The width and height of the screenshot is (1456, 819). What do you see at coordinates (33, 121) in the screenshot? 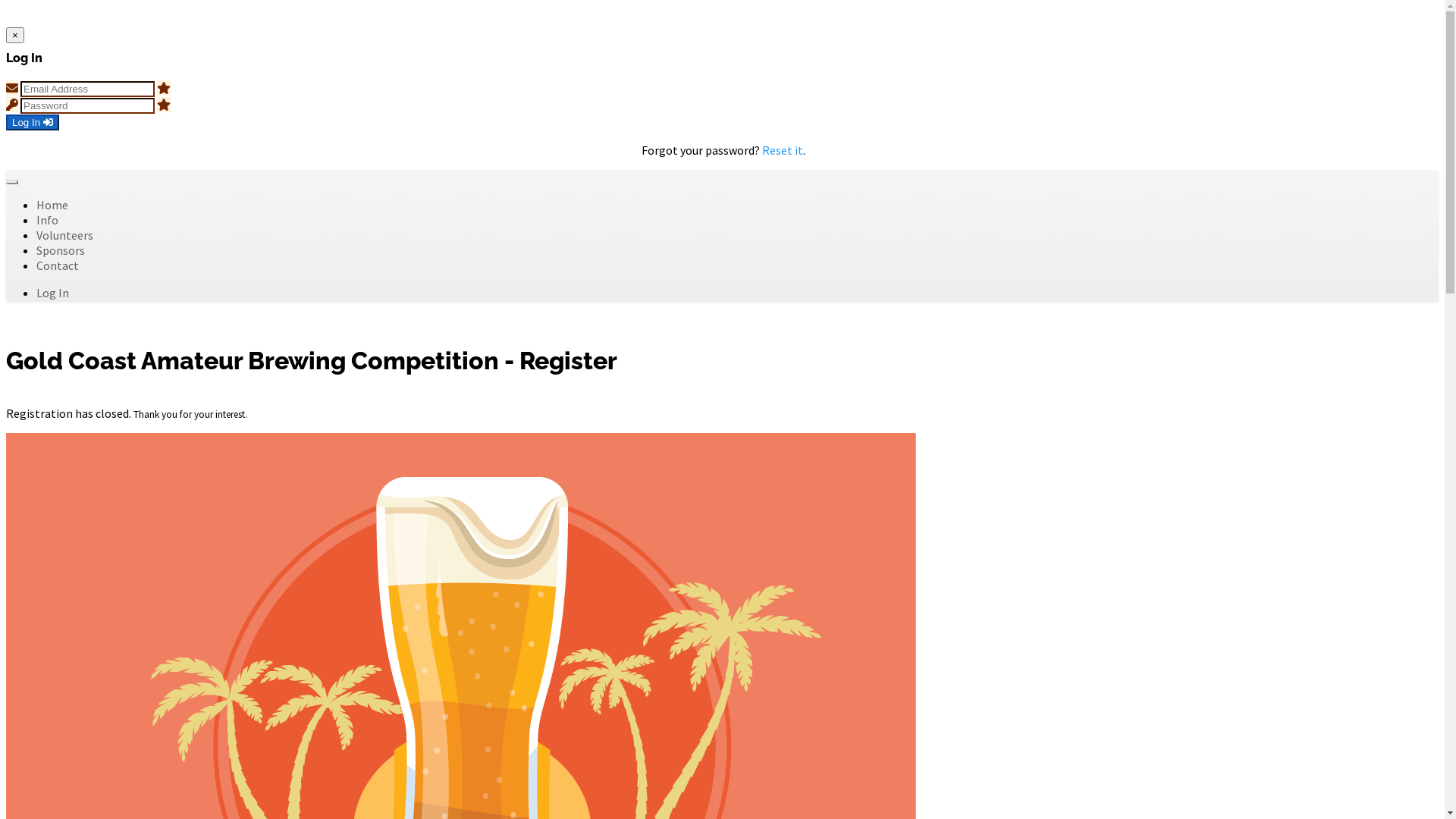
I see `'Log In'` at bounding box center [33, 121].